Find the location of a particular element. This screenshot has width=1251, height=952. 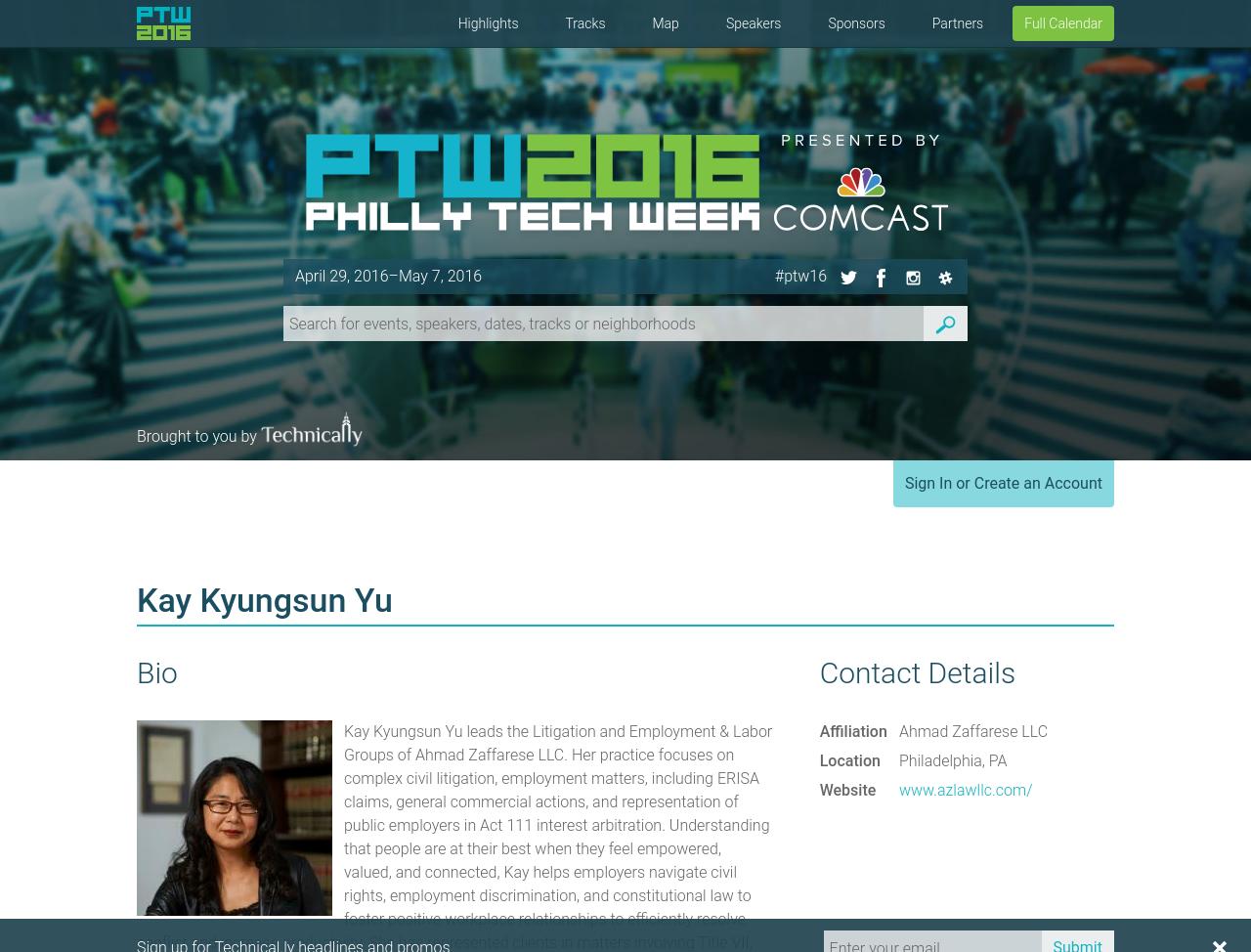

'Location' is located at coordinates (848, 759).